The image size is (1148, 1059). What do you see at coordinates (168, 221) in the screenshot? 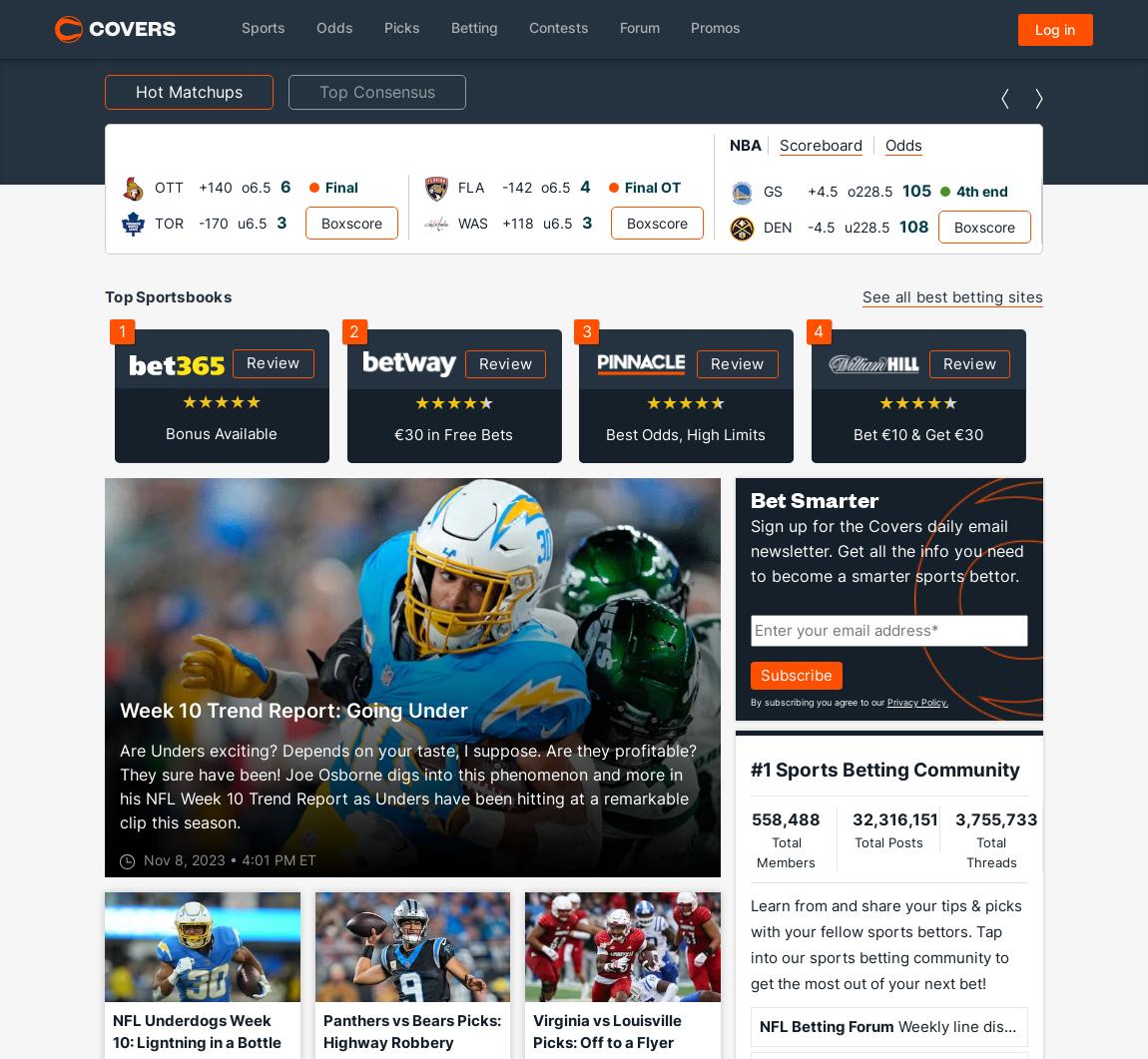
I see `'WAS'` at bounding box center [168, 221].